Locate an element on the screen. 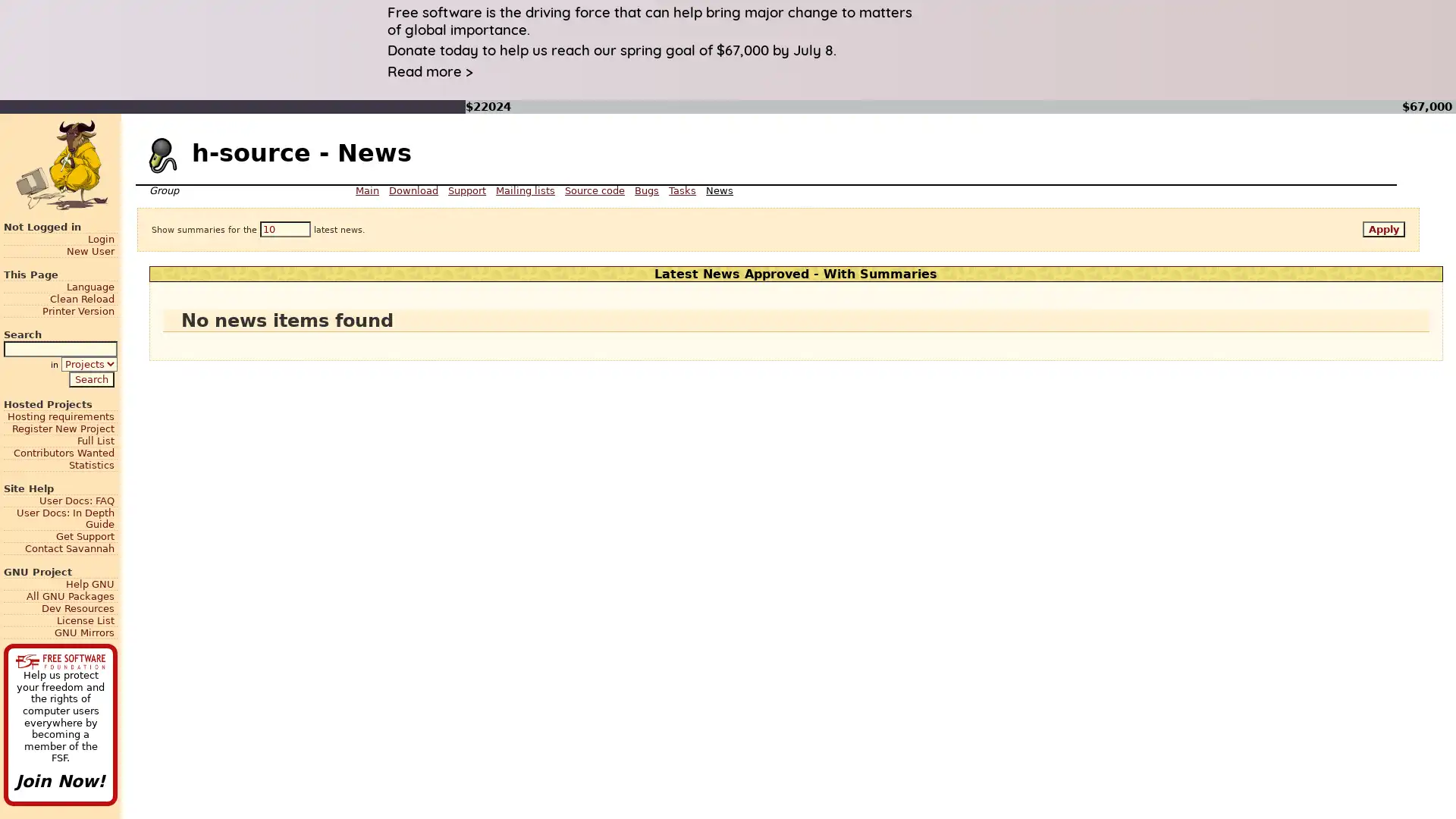  Search is located at coordinates (90, 378).